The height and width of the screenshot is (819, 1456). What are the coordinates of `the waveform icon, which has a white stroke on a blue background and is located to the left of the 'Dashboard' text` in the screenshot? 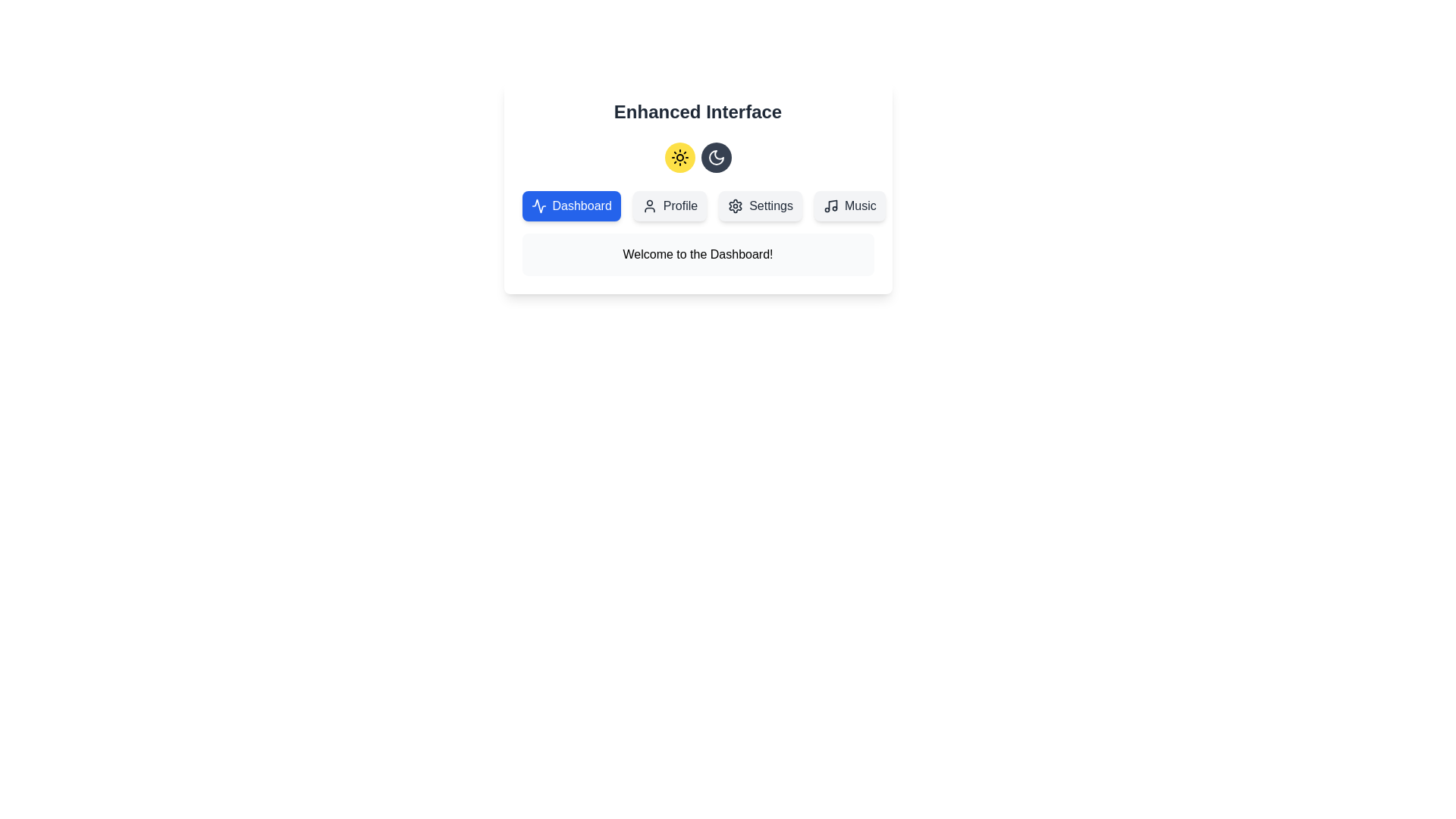 It's located at (538, 206).